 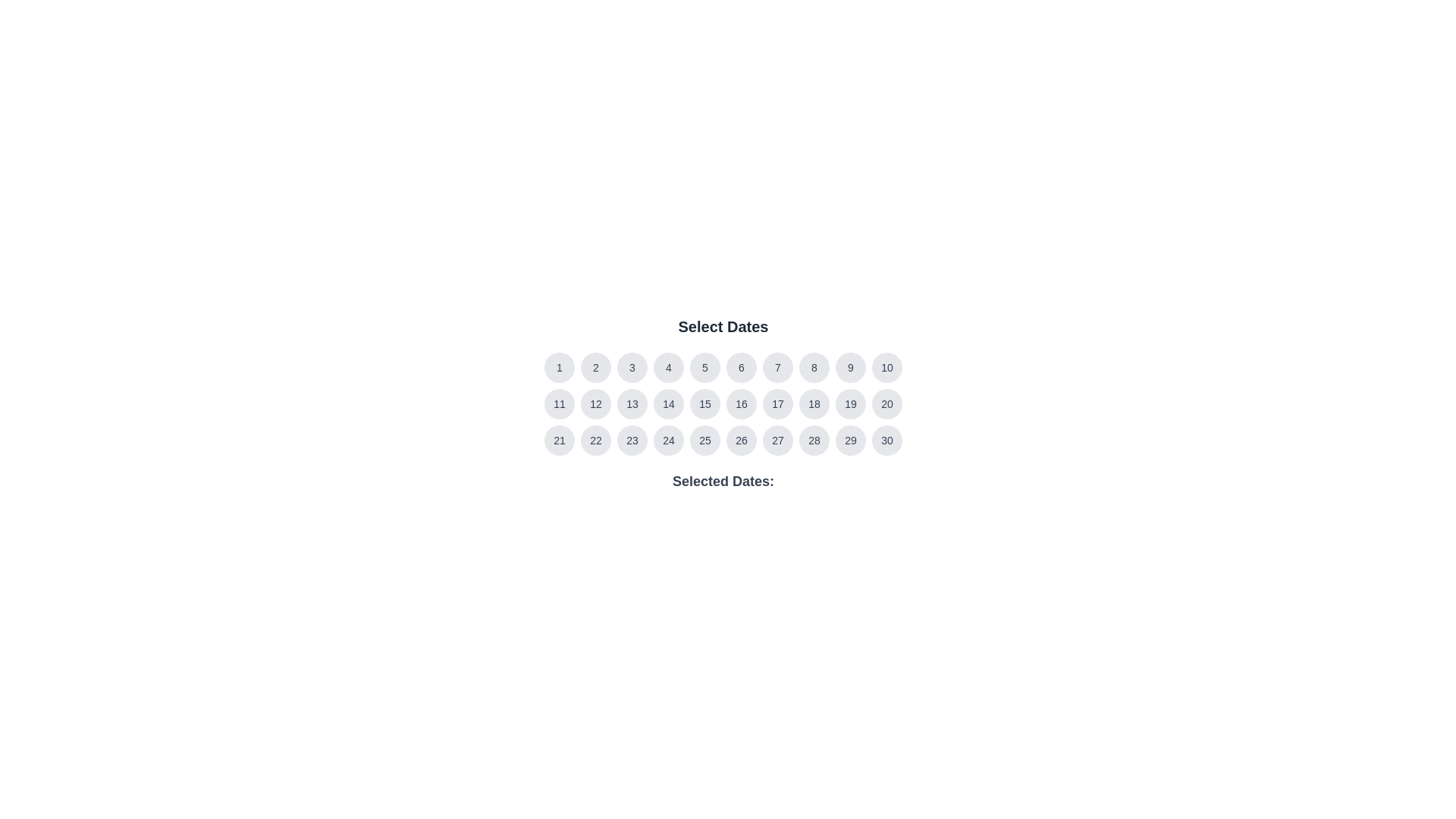 What do you see at coordinates (668, 368) in the screenshot?
I see `the rounded button with a light gray background and the numeral '4' centered within it` at bounding box center [668, 368].